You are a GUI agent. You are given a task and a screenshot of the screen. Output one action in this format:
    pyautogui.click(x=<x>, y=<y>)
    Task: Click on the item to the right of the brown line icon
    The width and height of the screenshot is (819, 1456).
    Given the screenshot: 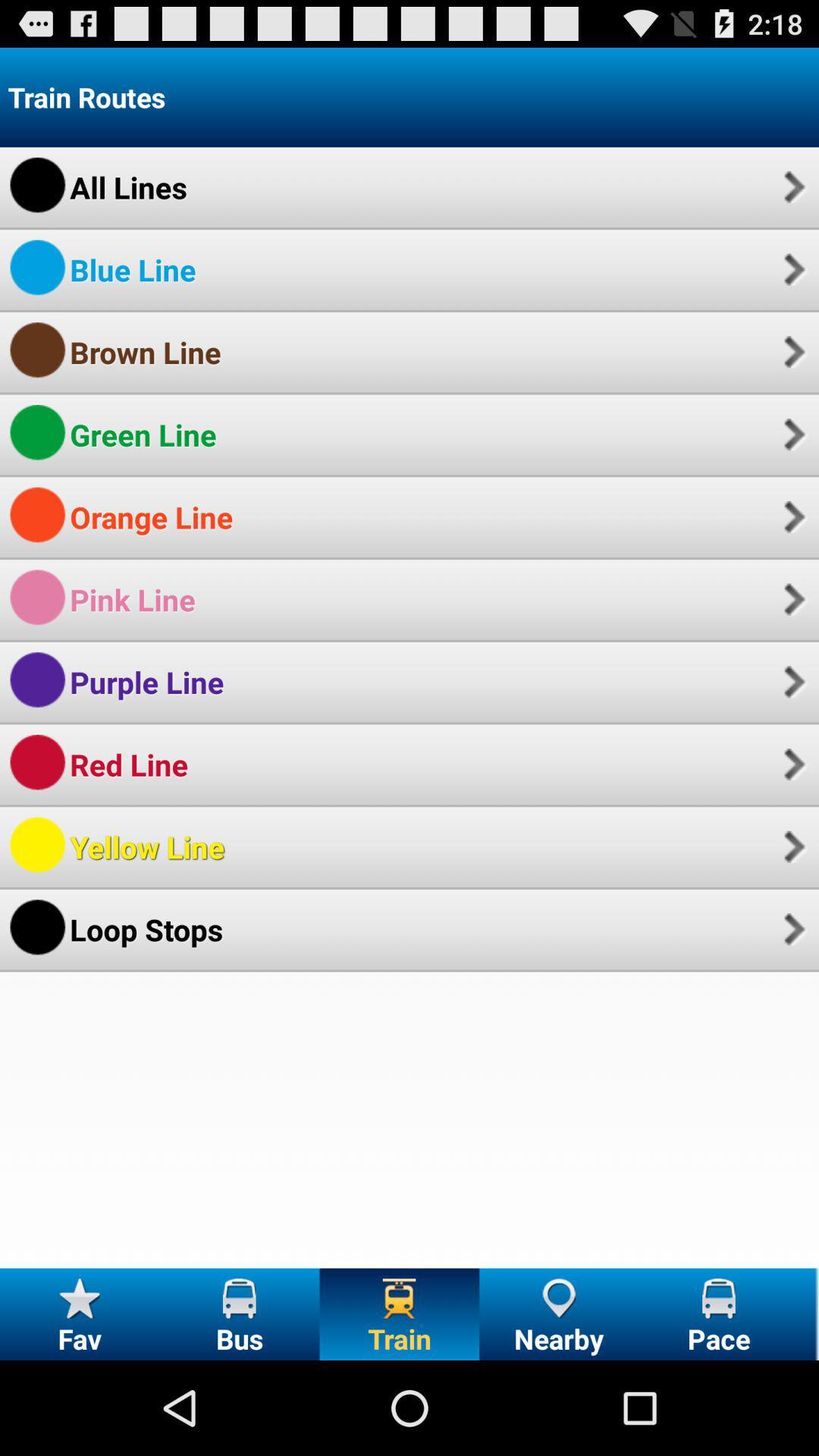 What is the action you would take?
    pyautogui.click(x=792, y=351)
    